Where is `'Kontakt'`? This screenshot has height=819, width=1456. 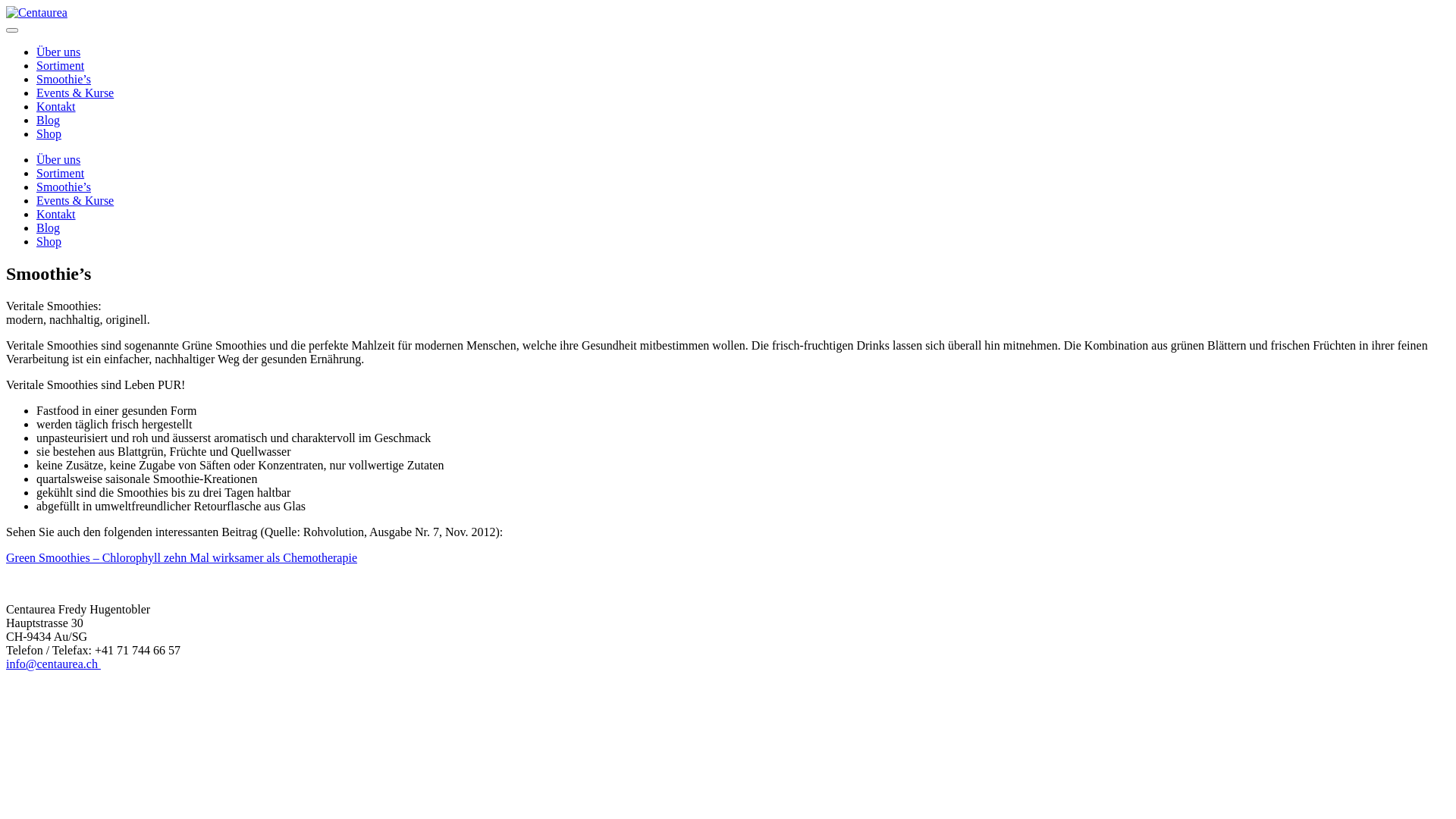
'Kontakt' is located at coordinates (36, 105).